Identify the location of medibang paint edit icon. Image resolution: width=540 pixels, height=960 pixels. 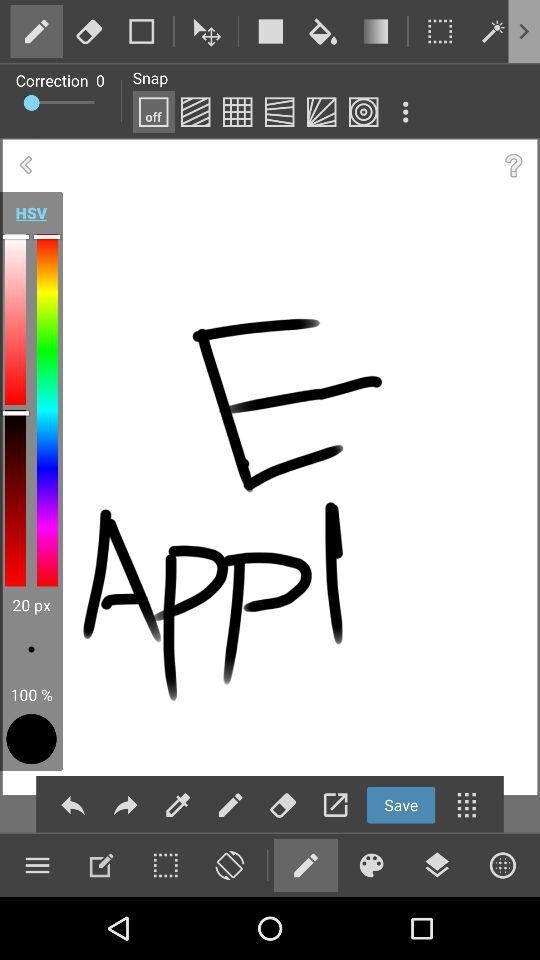
(100, 864).